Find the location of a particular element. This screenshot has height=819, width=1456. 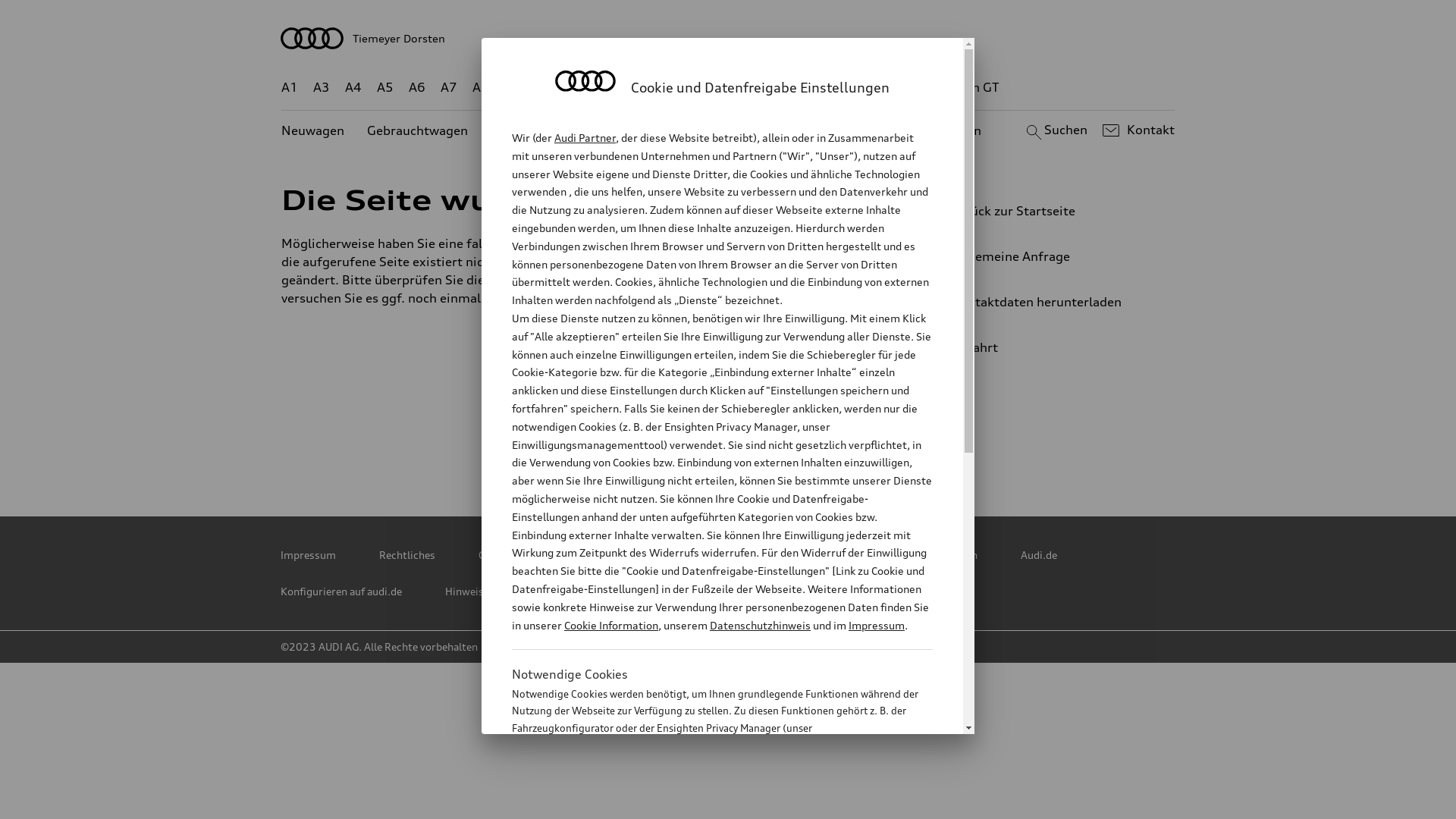

'Cookie Information' is located at coordinates (512, 802).